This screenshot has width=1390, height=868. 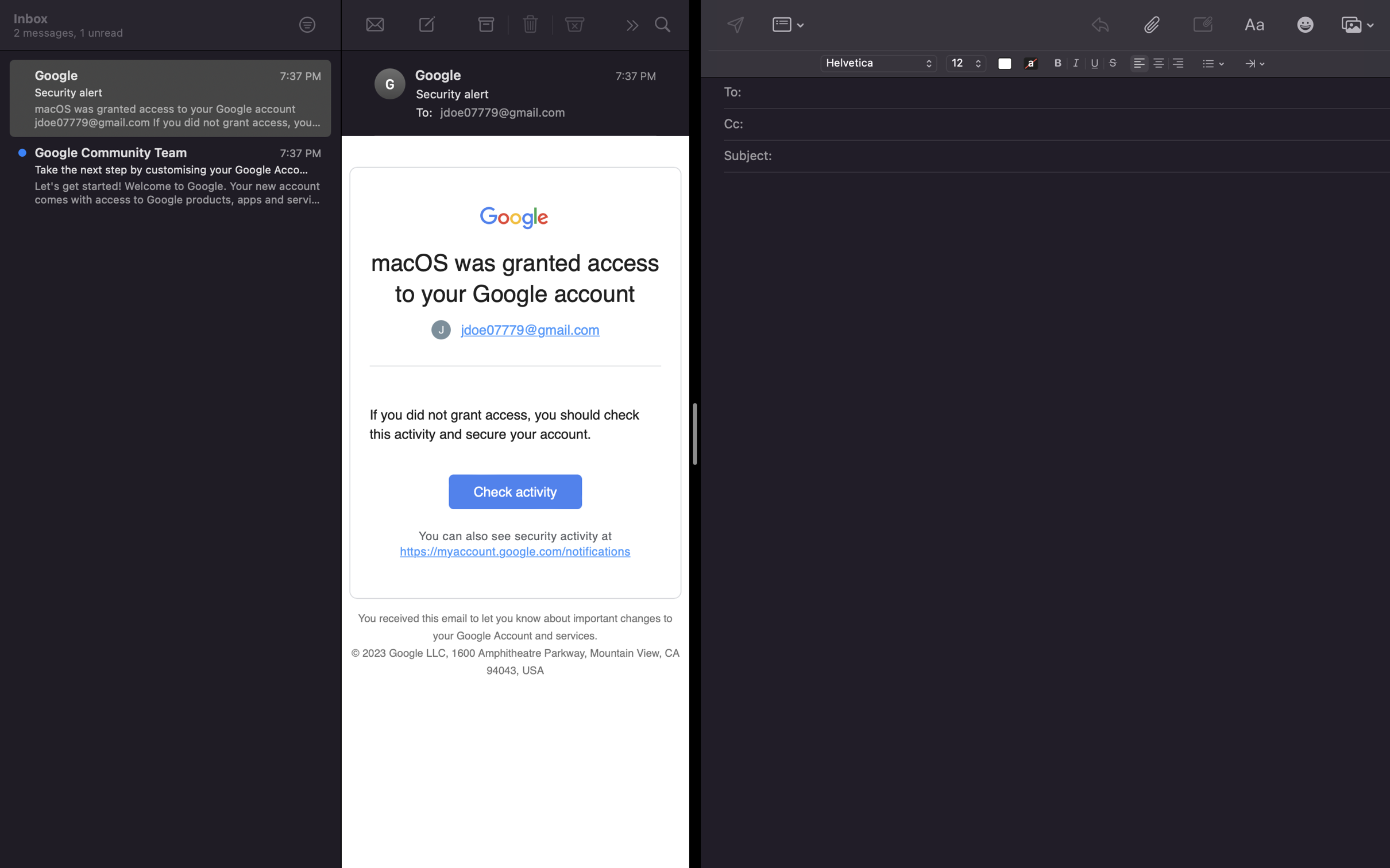 What do you see at coordinates (1058, 62) in the screenshot?
I see `the text style to bold and adjust the font size to the value of 21` at bounding box center [1058, 62].